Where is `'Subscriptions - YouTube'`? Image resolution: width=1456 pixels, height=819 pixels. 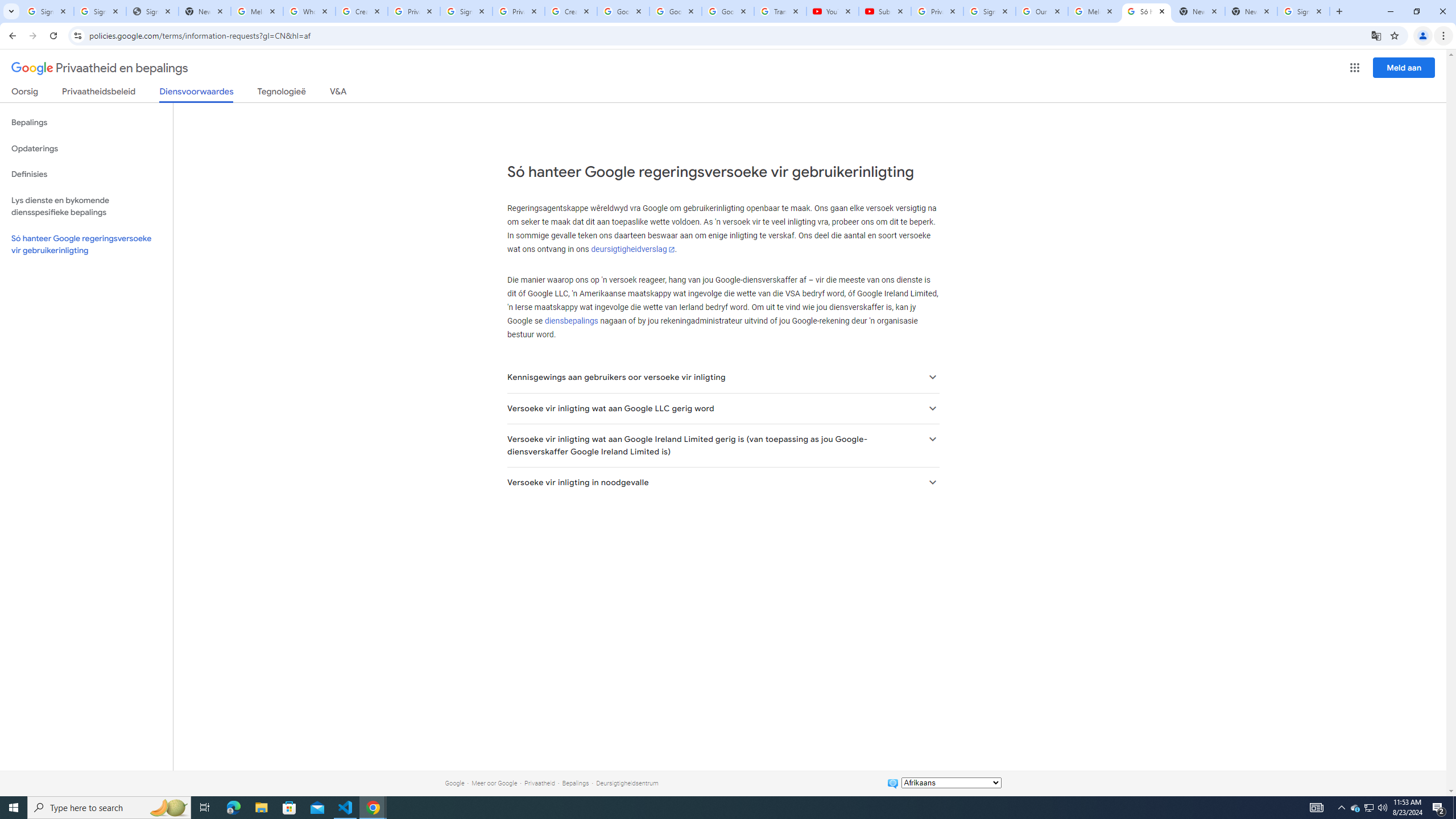 'Subscriptions - YouTube' is located at coordinates (884, 11).